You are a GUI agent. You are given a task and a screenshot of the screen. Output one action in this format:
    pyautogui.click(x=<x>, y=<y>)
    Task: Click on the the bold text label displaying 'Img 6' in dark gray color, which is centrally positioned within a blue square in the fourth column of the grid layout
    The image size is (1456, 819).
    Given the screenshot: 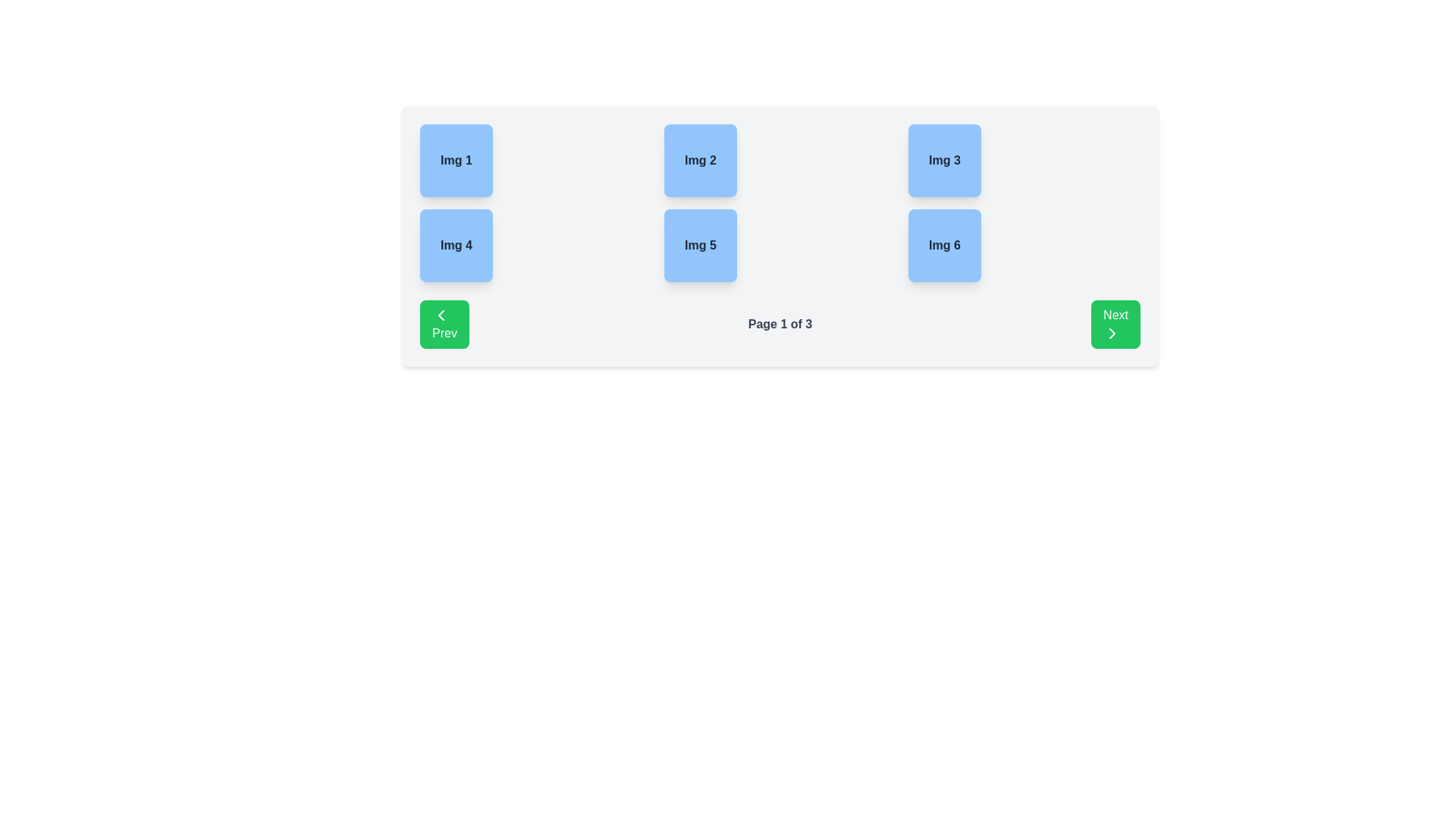 What is the action you would take?
    pyautogui.click(x=944, y=245)
    